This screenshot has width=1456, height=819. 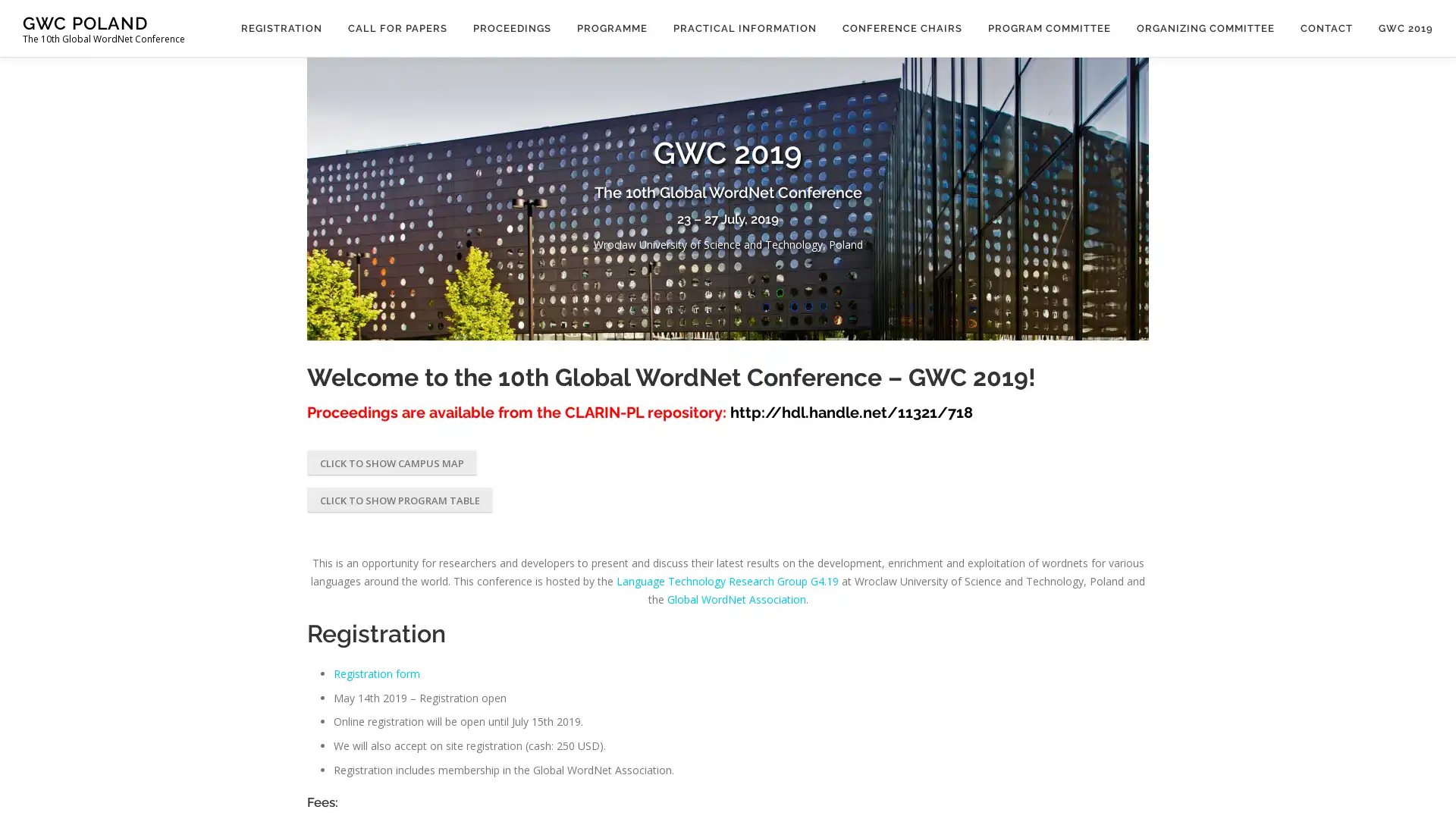 I want to click on CLICK TO SHOW PROGRAM TABLE, so click(x=400, y=500).